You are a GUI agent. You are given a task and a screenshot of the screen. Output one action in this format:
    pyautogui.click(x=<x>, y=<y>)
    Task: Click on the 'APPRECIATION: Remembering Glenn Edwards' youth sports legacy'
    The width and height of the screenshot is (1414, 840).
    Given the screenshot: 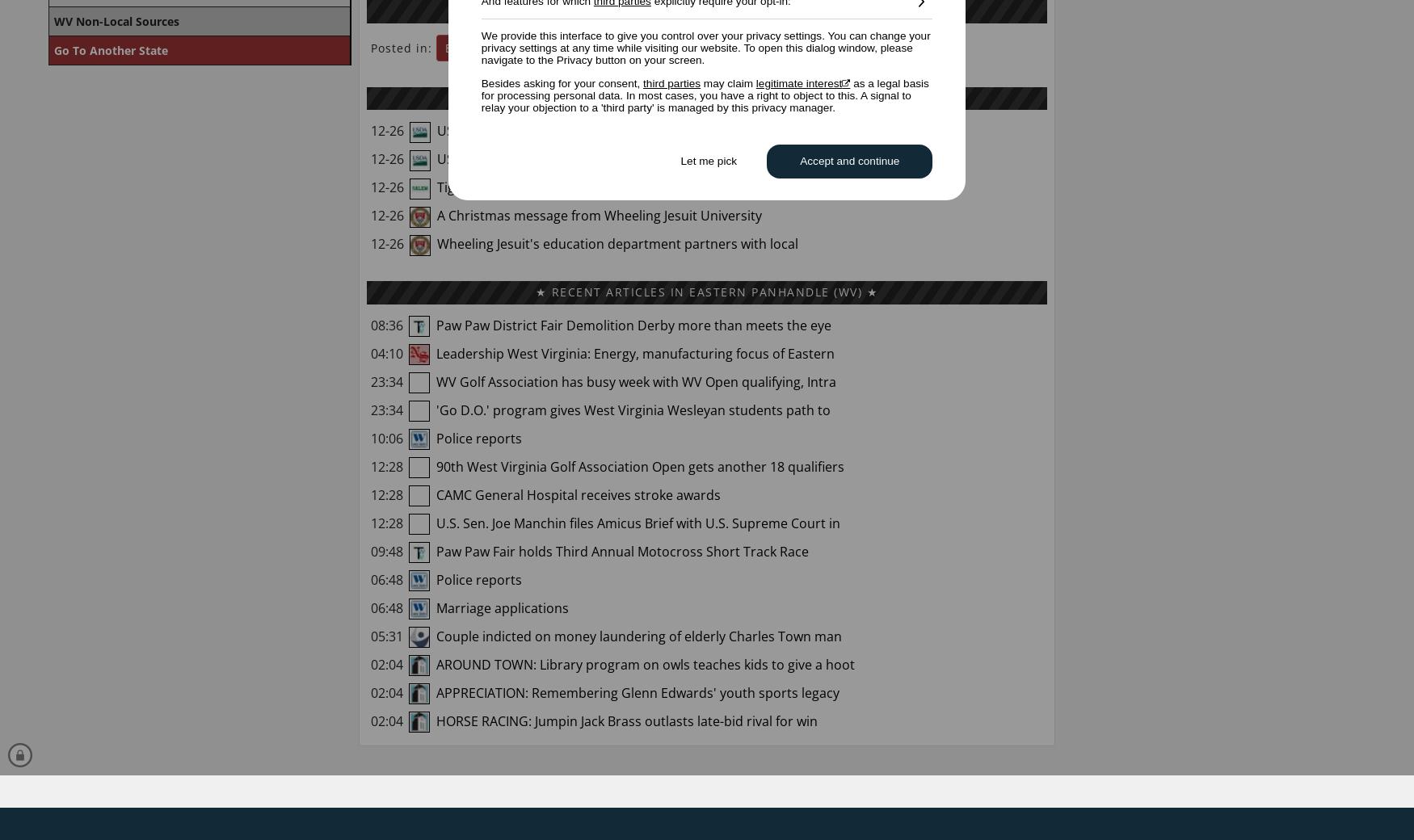 What is the action you would take?
    pyautogui.click(x=634, y=691)
    